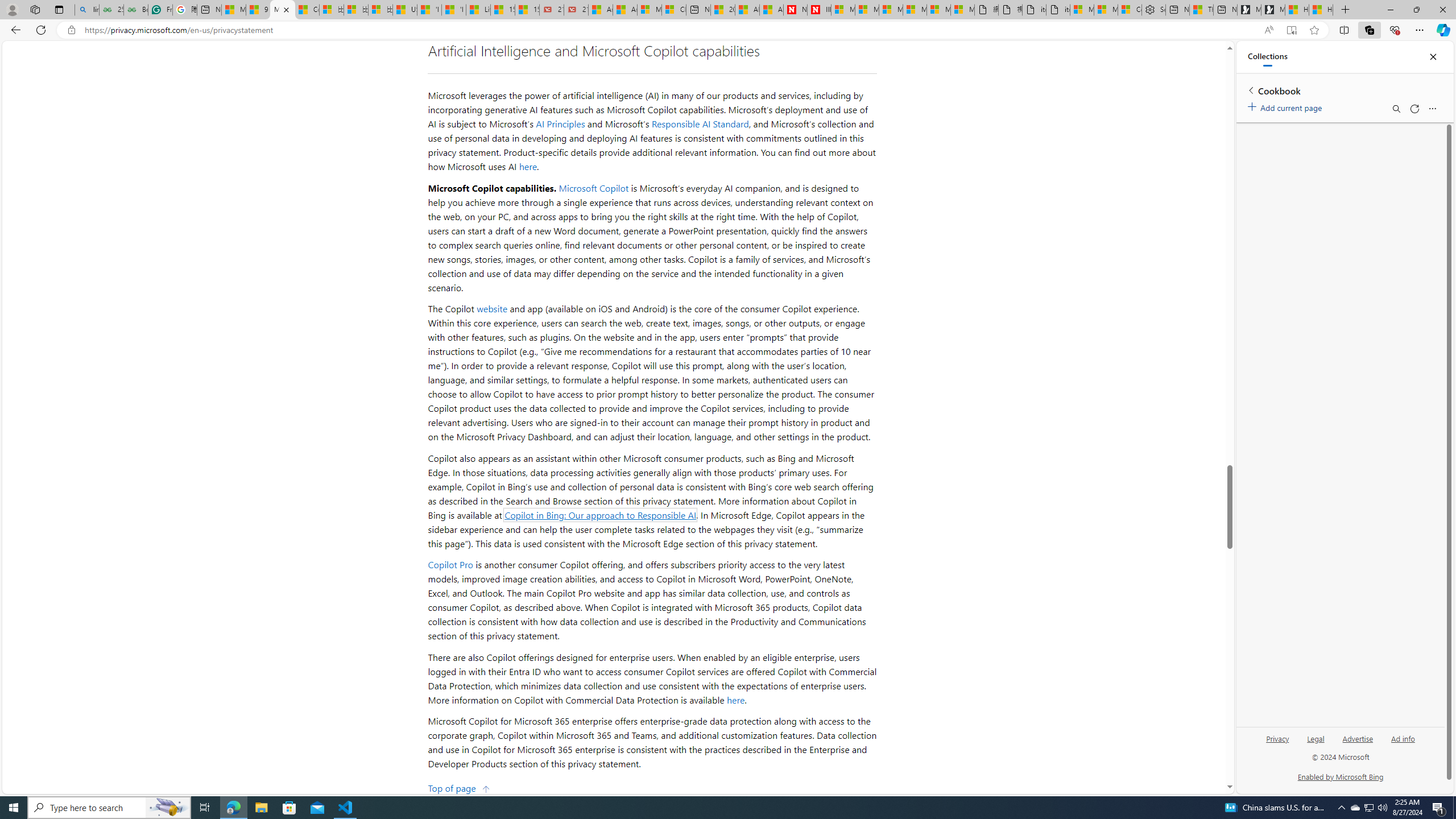  I want to click on 'How to Use a TV as a Computer Monitor', so click(1321, 9).